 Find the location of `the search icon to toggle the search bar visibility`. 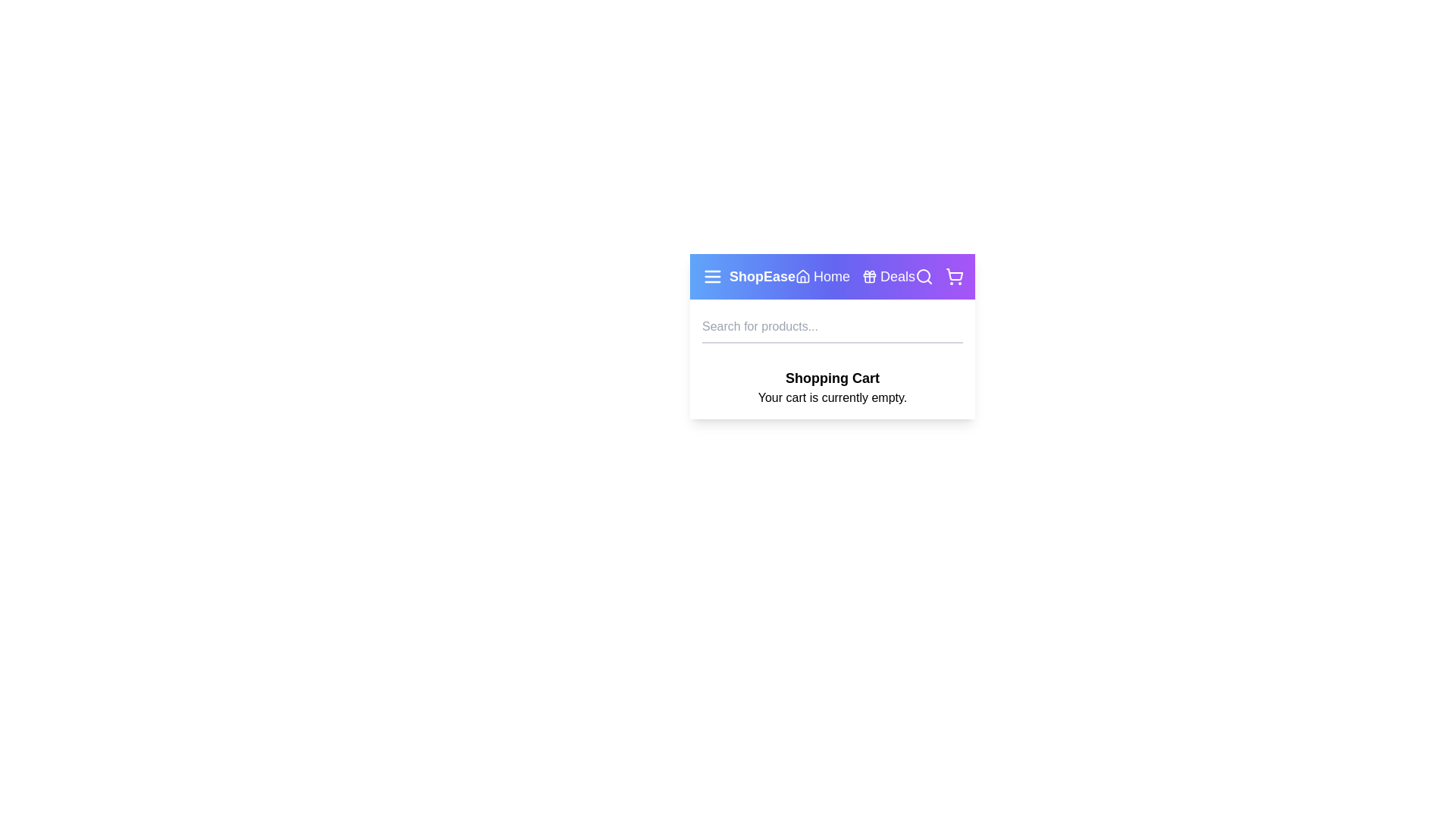

the search icon to toggle the search bar visibility is located at coordinates (924, 277).